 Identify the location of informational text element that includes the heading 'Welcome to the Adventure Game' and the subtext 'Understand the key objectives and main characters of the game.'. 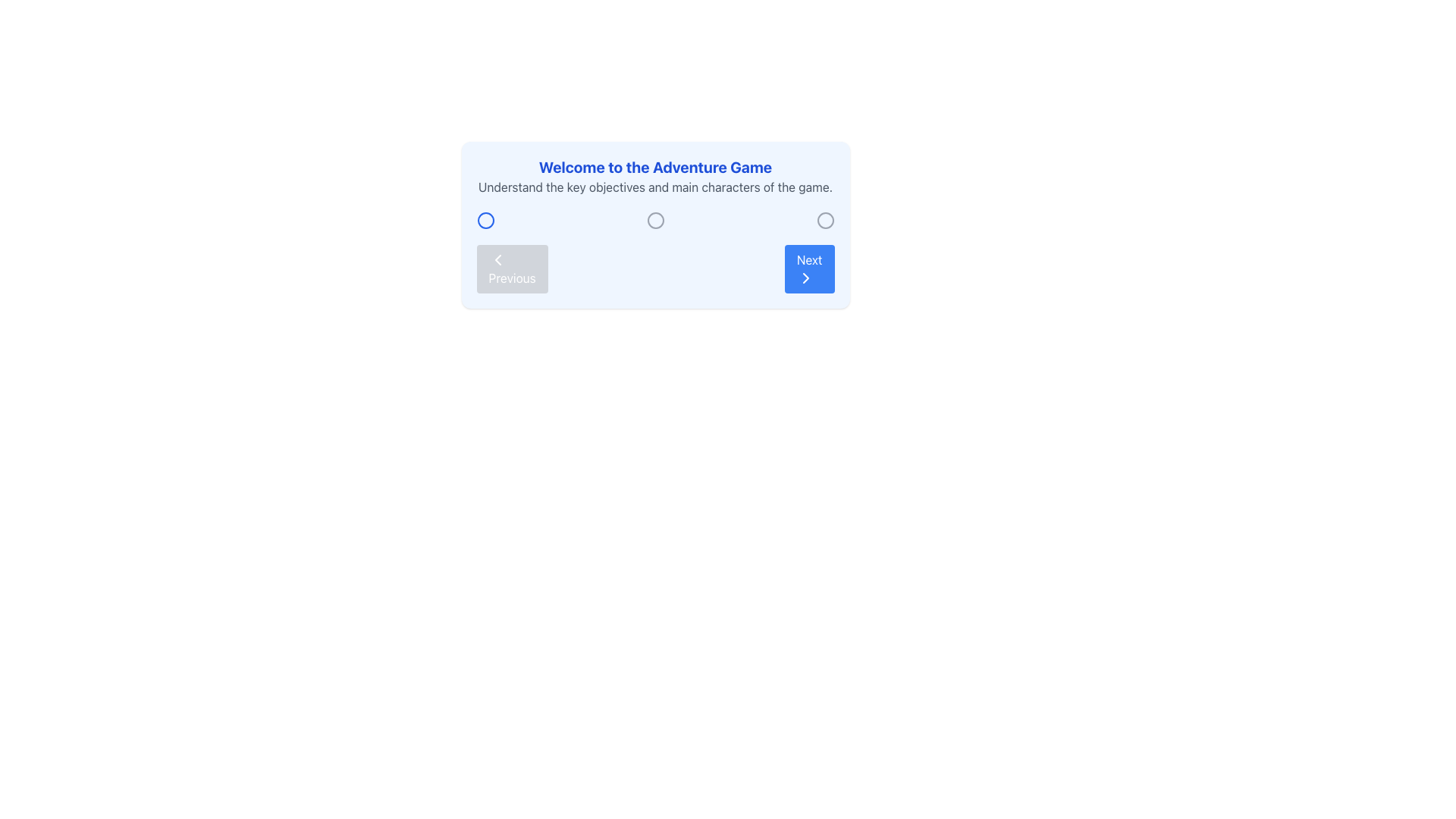
(655, 175).